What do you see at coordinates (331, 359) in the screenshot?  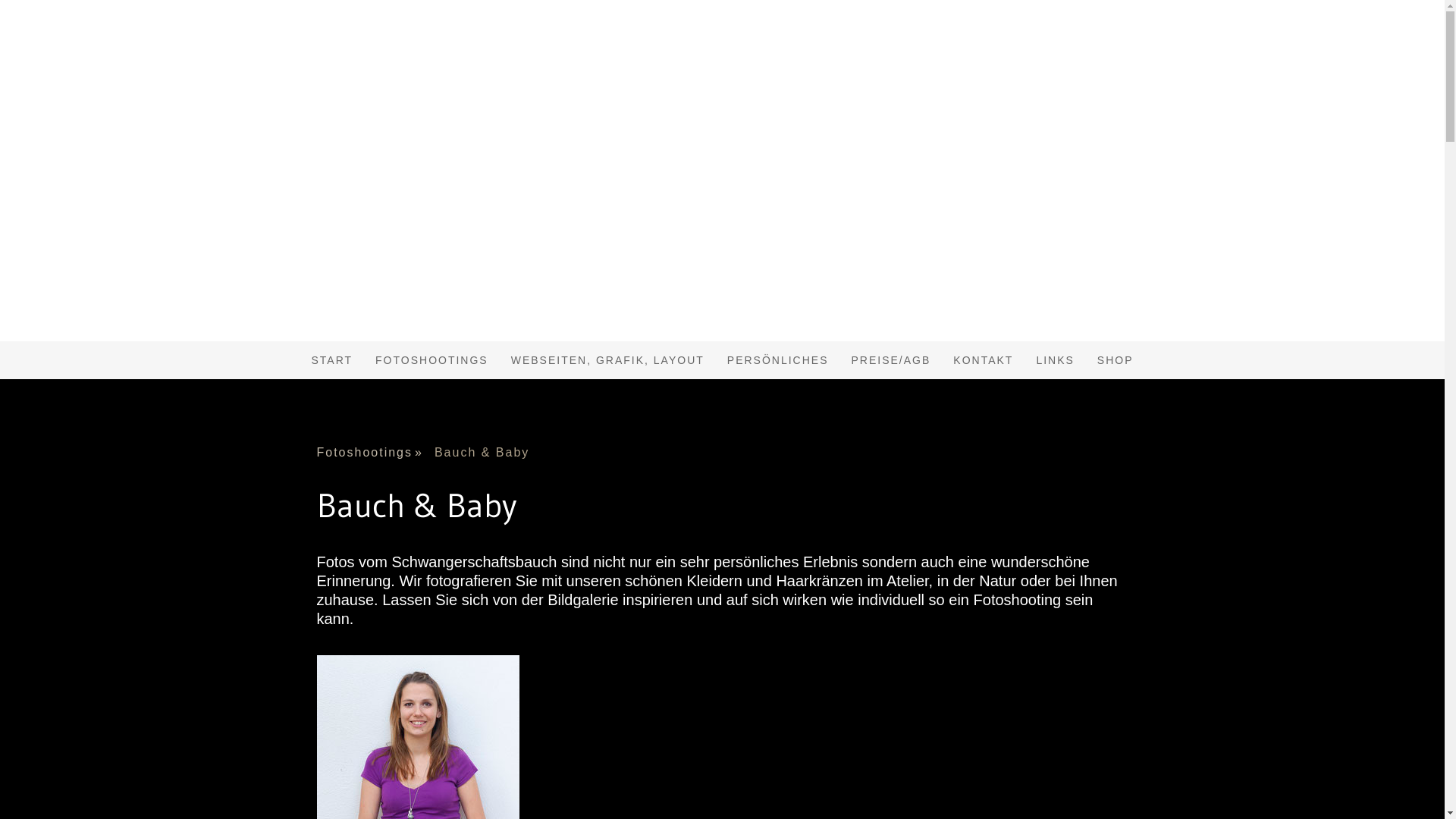 I see `'START'` at bounding box center [331, 359].